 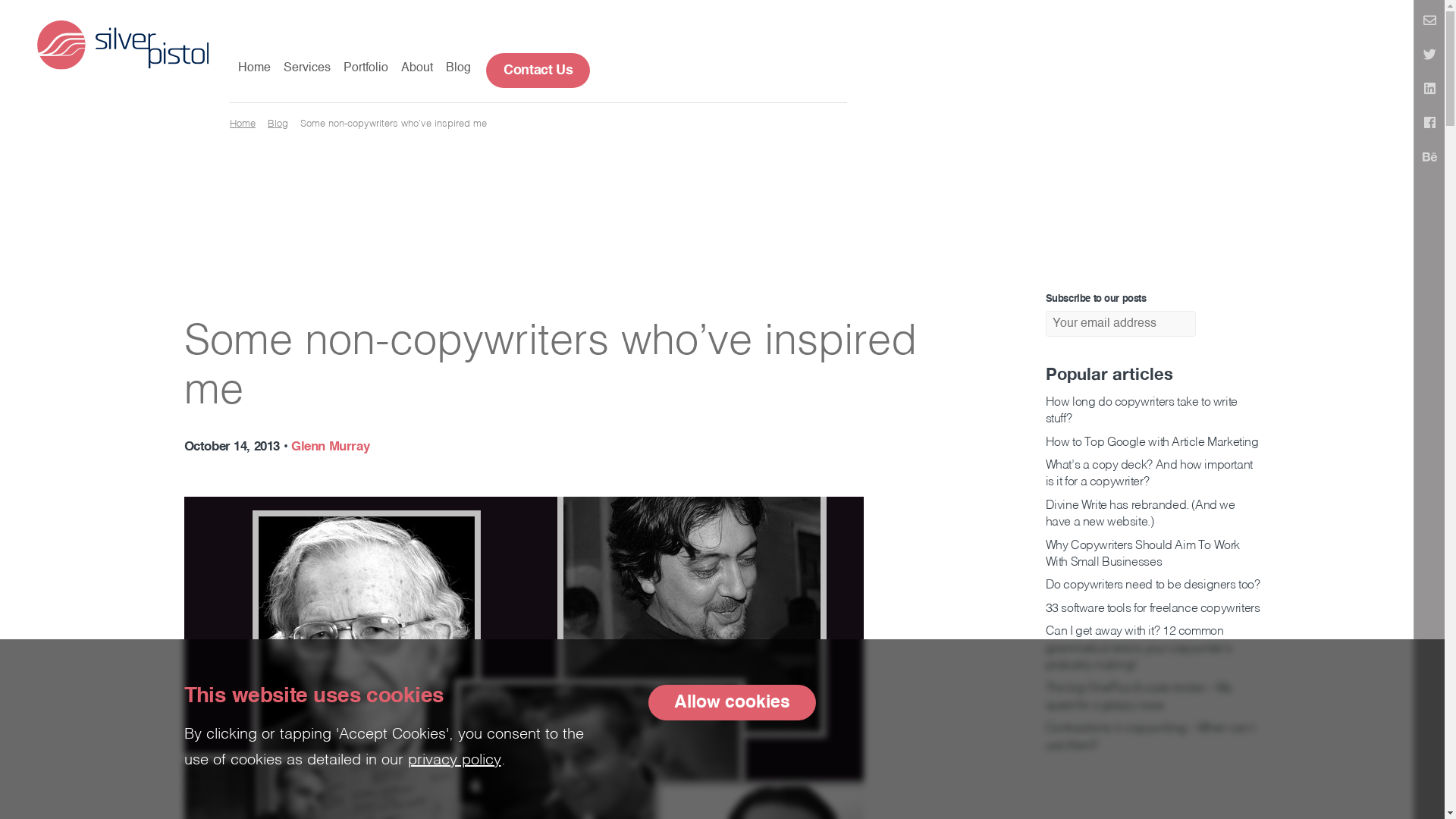 What do you see at coordinates (453, 760) in the screenshot?
I see `'privacy policy'` at bounding box center [453, 760].